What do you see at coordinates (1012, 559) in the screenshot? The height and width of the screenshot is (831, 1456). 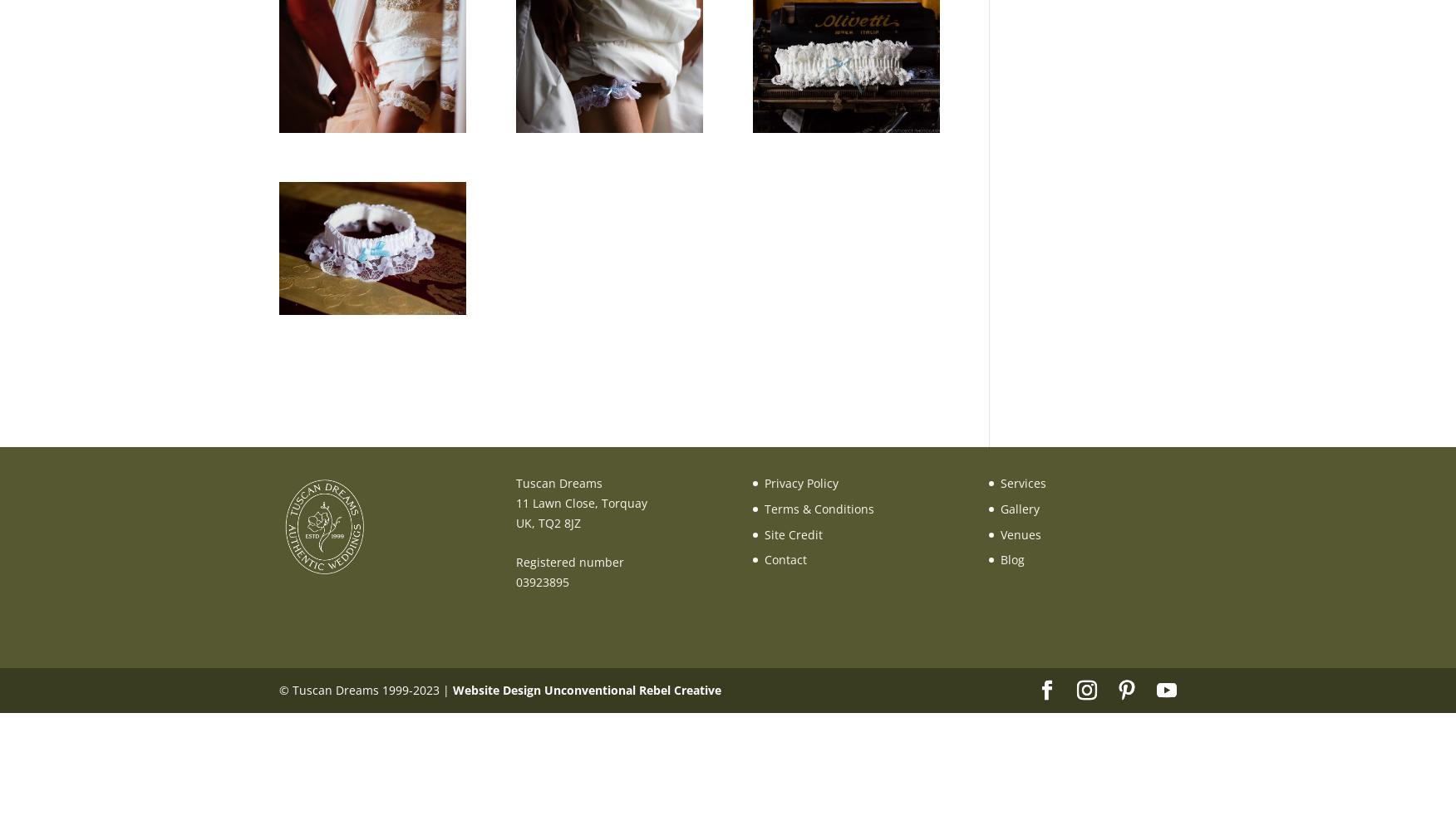 I see `'Blog'` at bounding box center [1012, 559].